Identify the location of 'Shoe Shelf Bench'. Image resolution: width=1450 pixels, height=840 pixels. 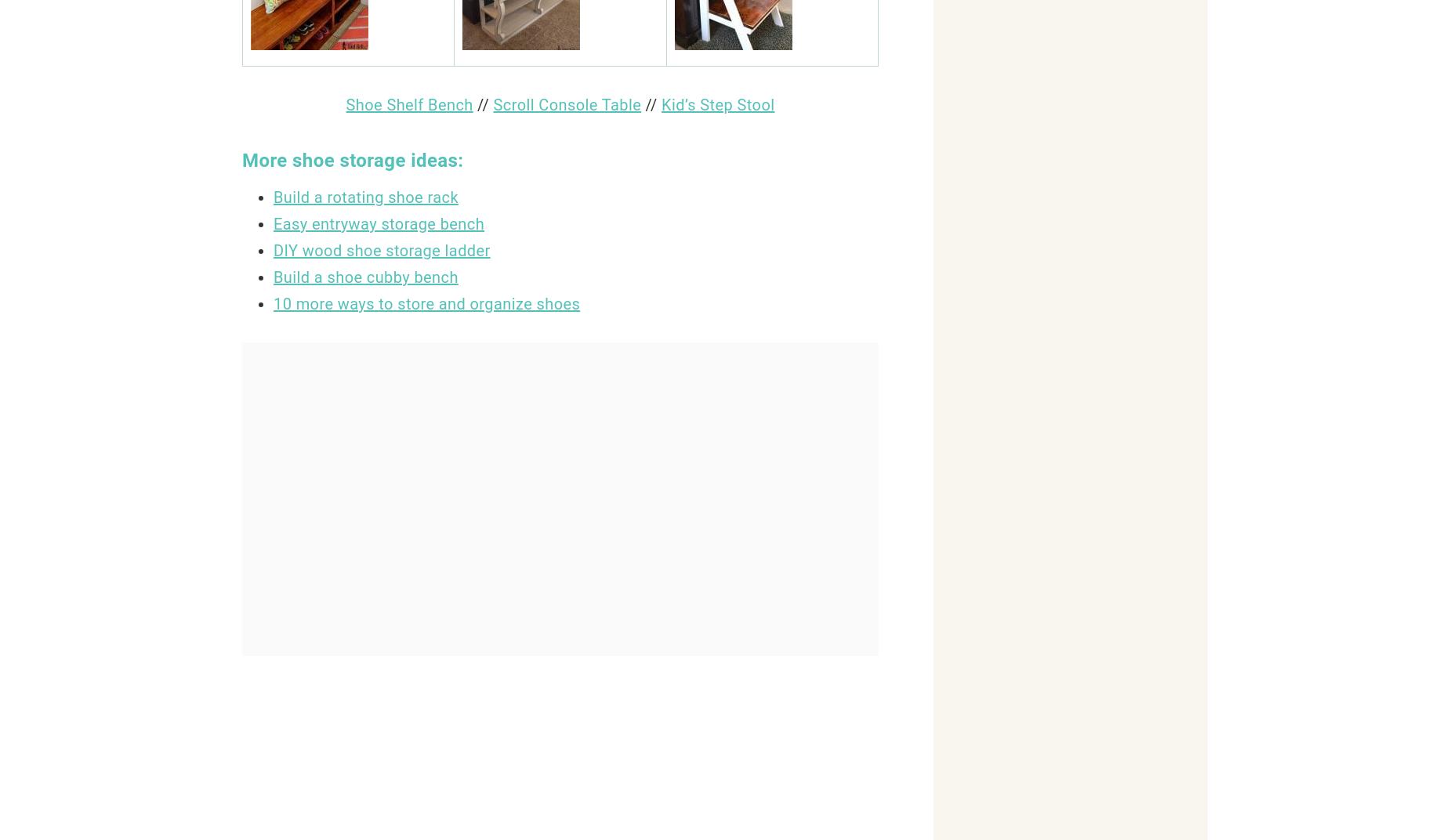
(409, 105).